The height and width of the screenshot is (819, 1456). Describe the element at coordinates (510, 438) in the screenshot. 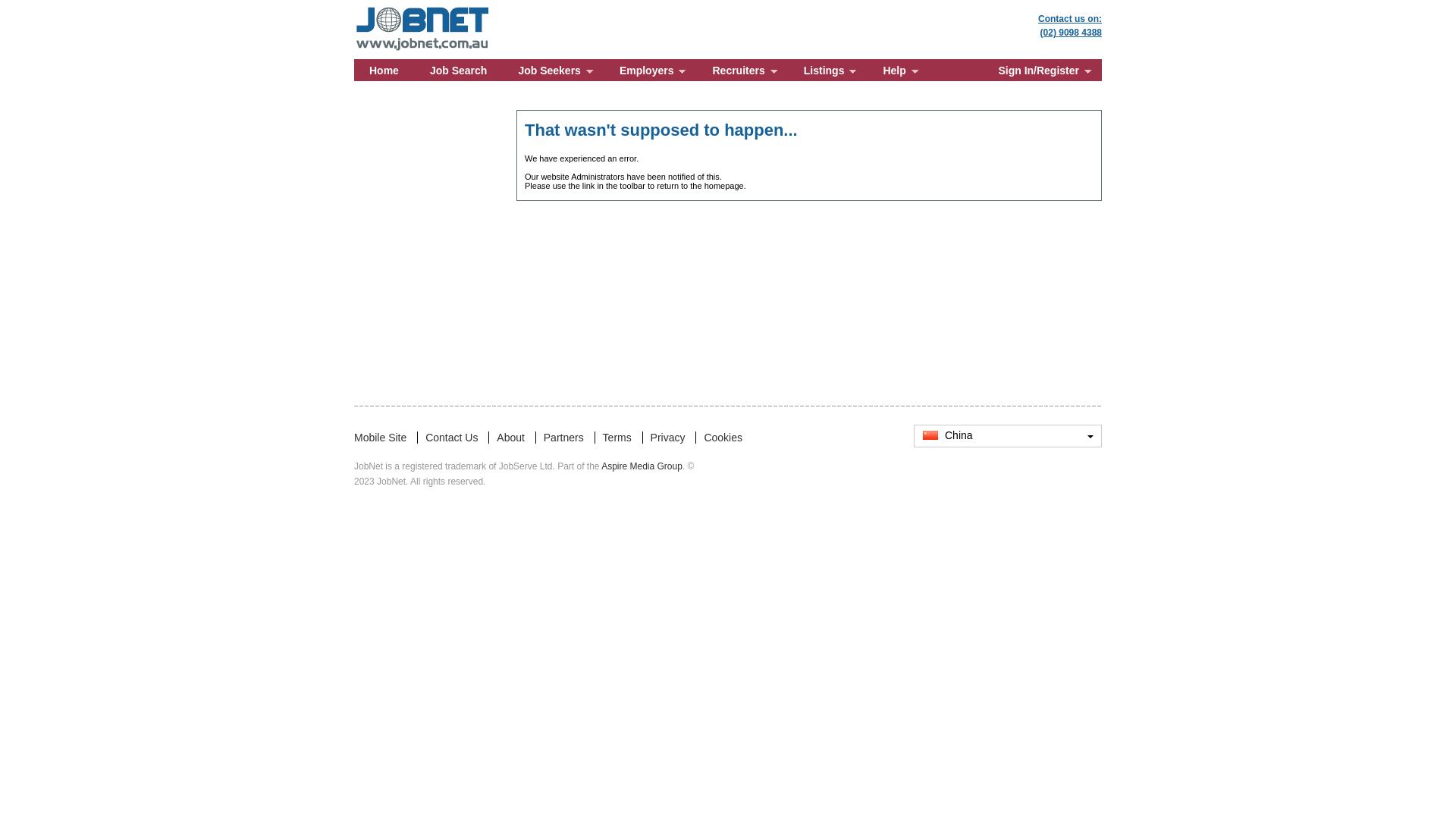

I see `'About'` at that location.